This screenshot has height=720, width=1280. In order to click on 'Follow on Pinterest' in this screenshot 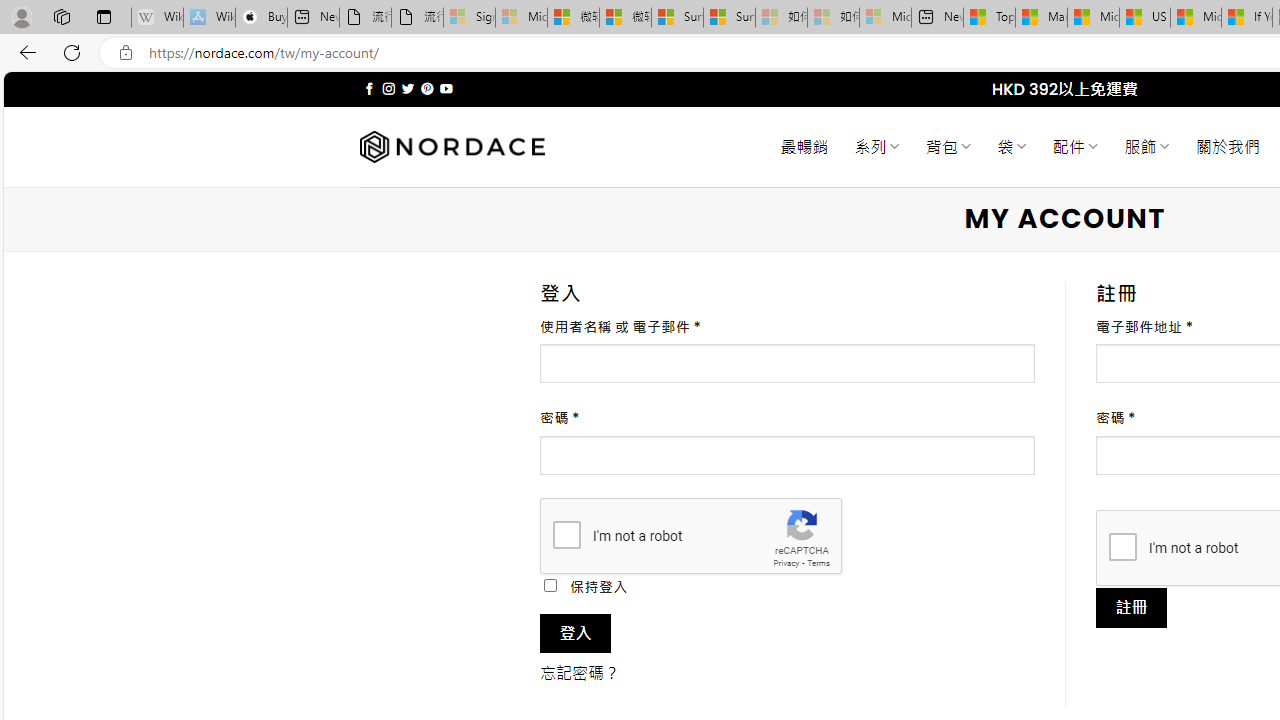, I will do `click(426, 88)`.